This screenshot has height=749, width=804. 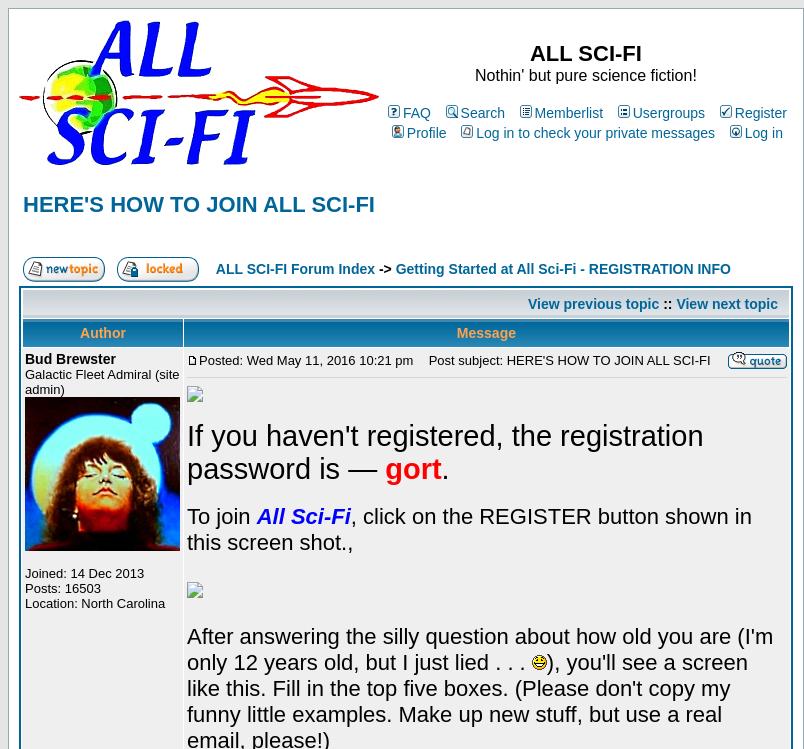 I want to click on 'View previous topic', so click(x=592, y=301).